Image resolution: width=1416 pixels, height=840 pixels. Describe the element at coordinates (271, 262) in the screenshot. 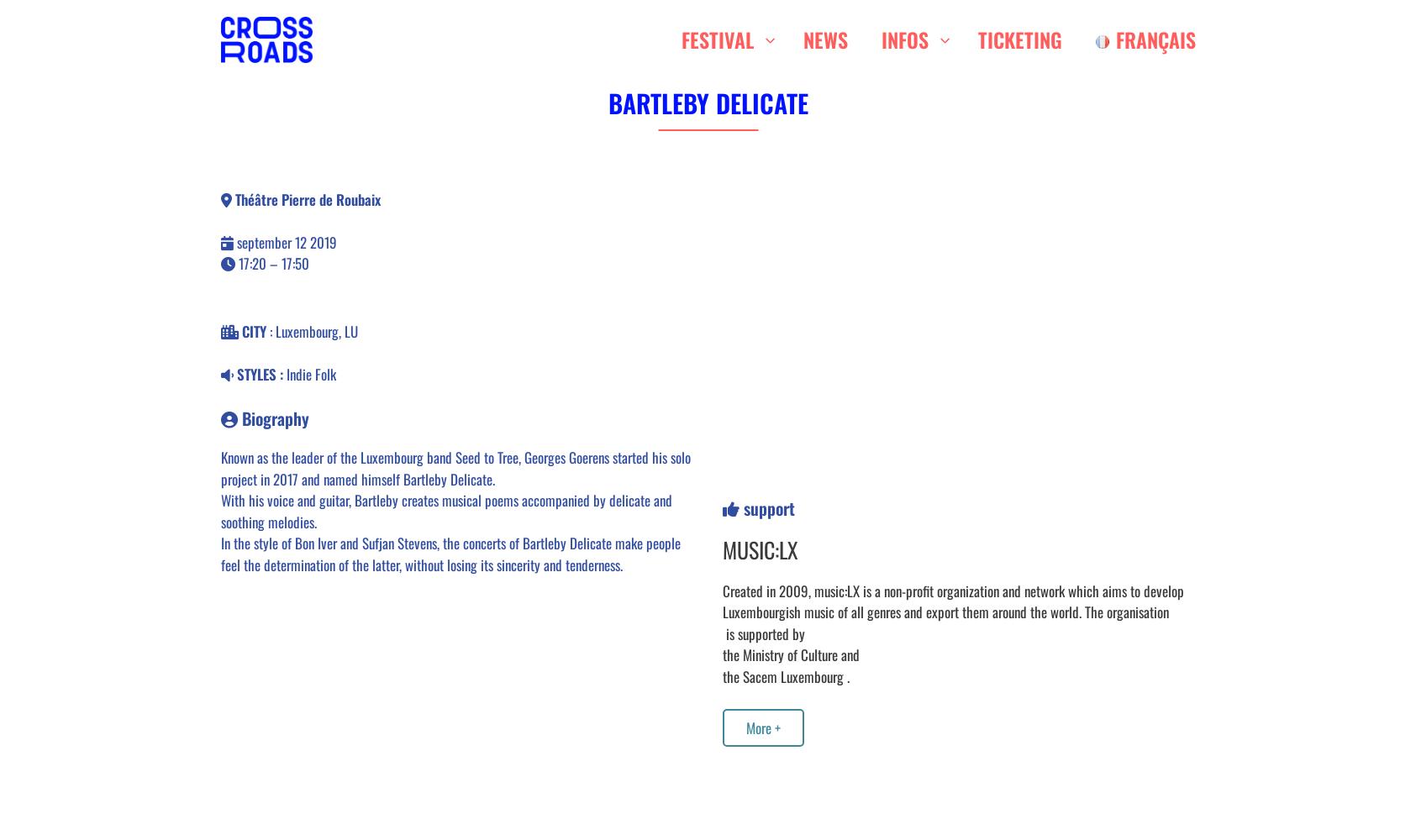

I see `'17:20 – 17:50'` at that location.